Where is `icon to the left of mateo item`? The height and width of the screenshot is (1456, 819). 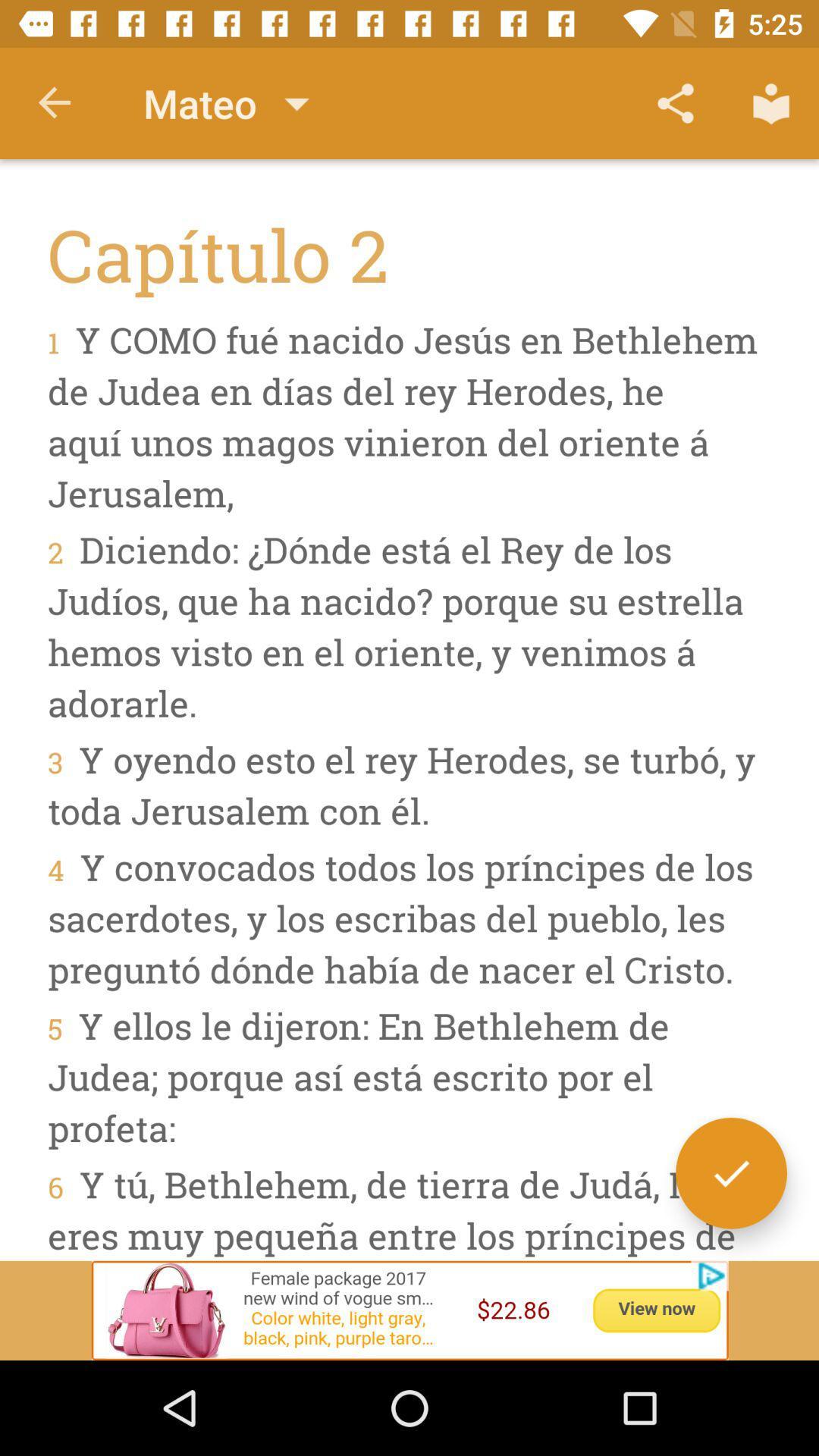 icon to the left of mateo item is located at coordinates (55, 102).